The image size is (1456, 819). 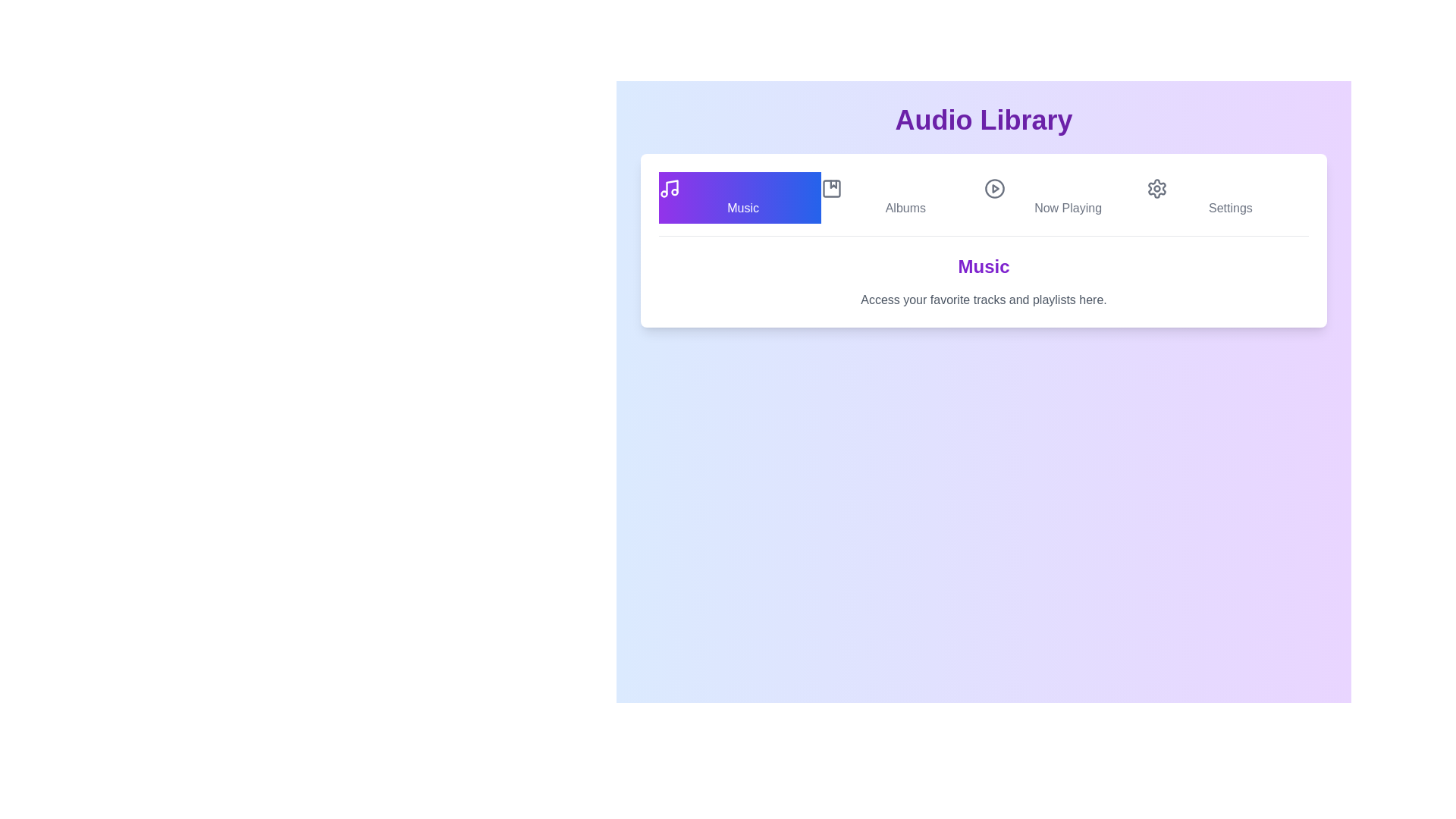 What do you see at coordinates (1156, 188) in the screenshot?
I see `the gear-shaped settings icon located` at bounding box center [1156, 188].